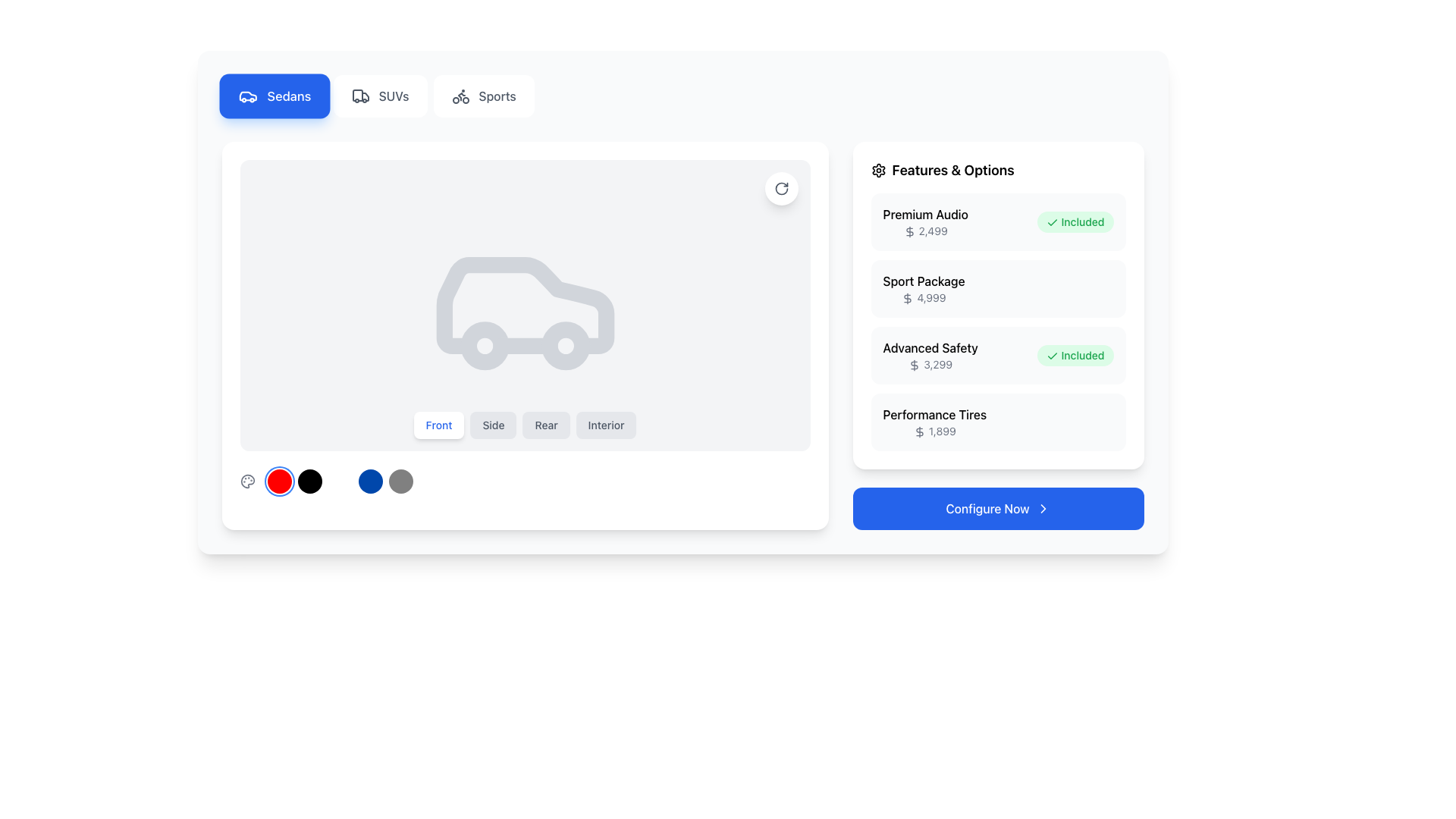 This screenshot has width=1456, height=819. I want to click on the blue button located at the bottom of the 'Features & Options' card to initiate the configuration process, so click(998, 509).